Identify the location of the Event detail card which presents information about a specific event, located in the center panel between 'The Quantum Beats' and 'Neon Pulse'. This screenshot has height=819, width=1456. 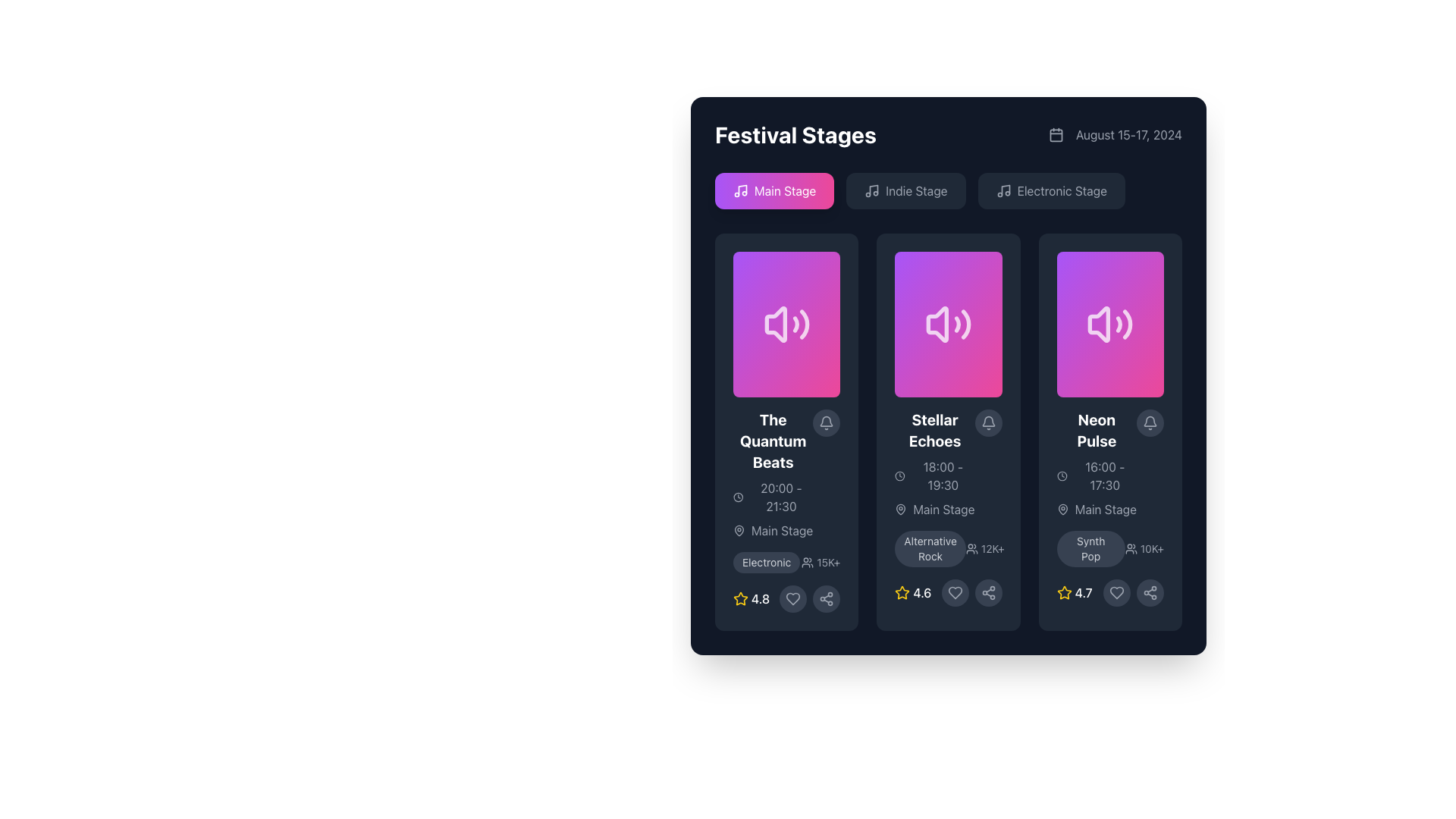
(948, 432).